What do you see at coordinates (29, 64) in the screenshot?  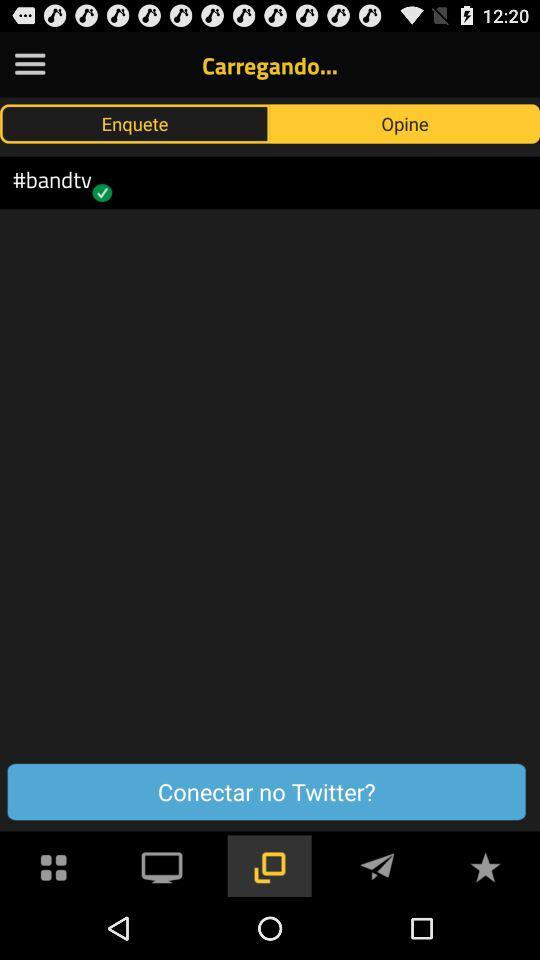 I see `open more settings` at bounding box center [29, 64].